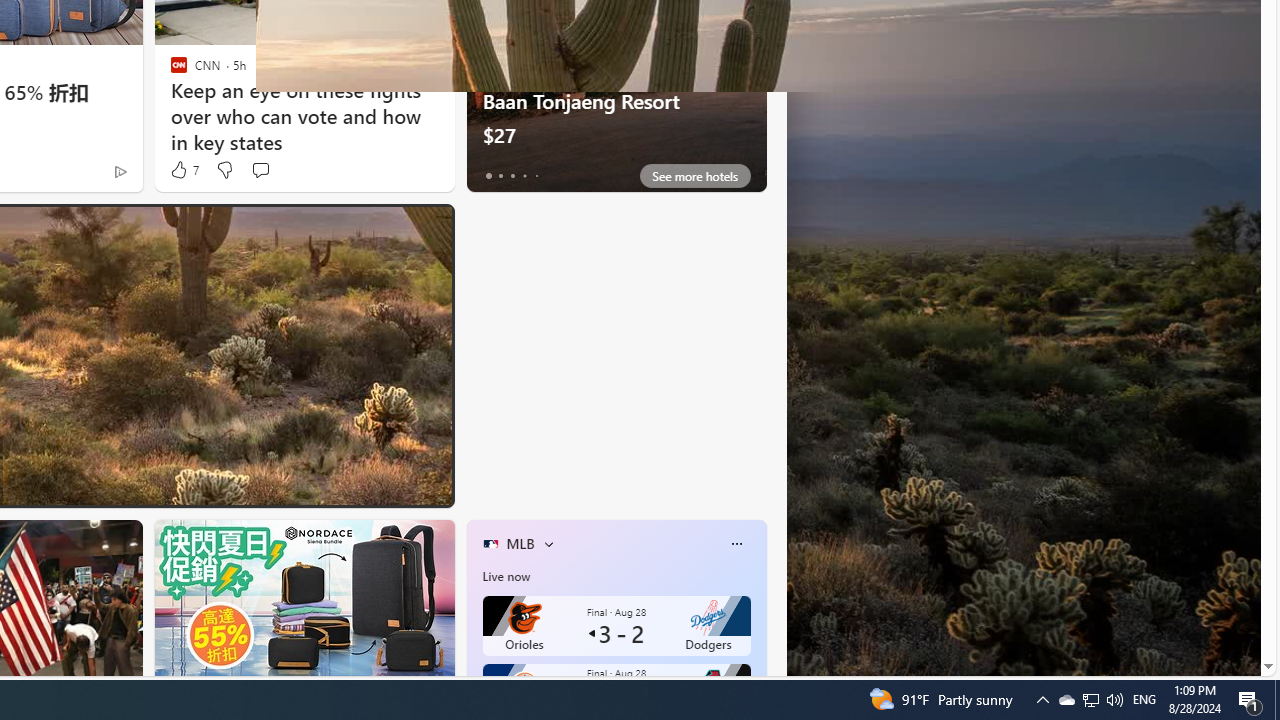 This screenshot has width=1280, height=720. What do you see at coordinates (259, 169) in the screenshot?
I see `'Start the conversation'` at bounding box center [259, 169].